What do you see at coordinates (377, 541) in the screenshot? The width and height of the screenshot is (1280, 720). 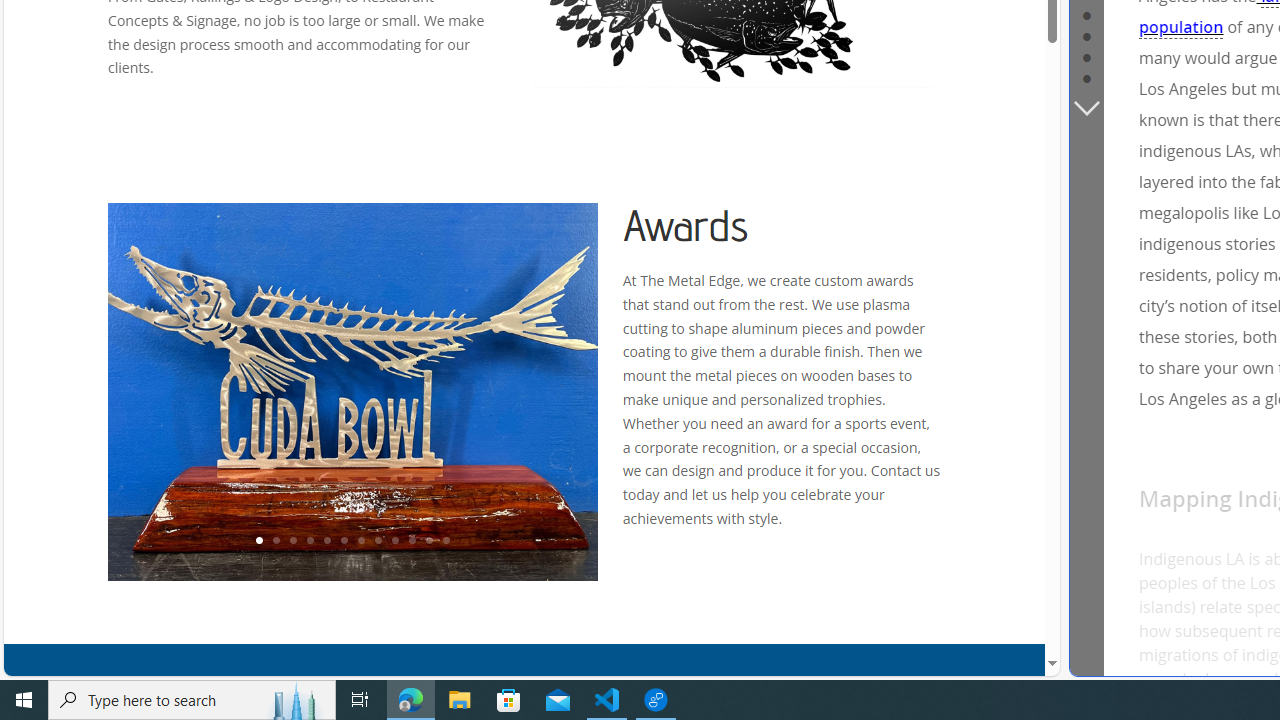 I see `'8'` at bounding box center [377, 541].